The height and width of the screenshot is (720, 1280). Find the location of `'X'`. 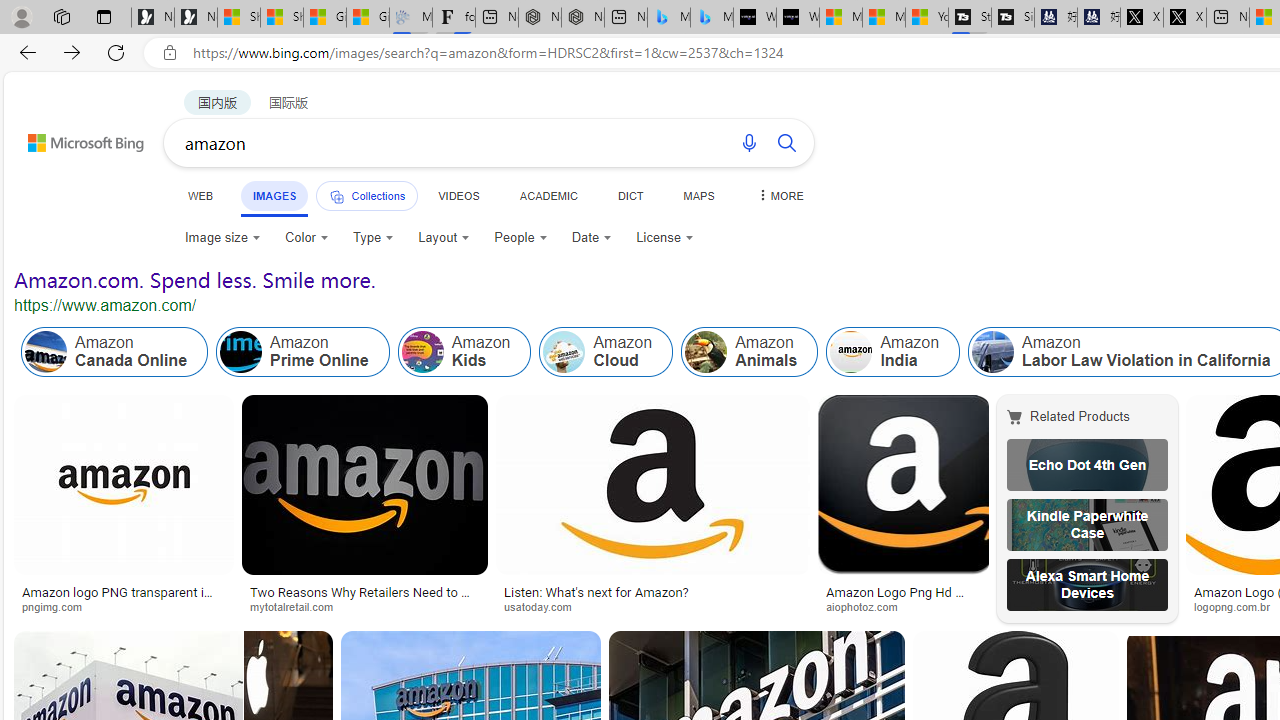

'X' is located at coordinates (1184, 17).